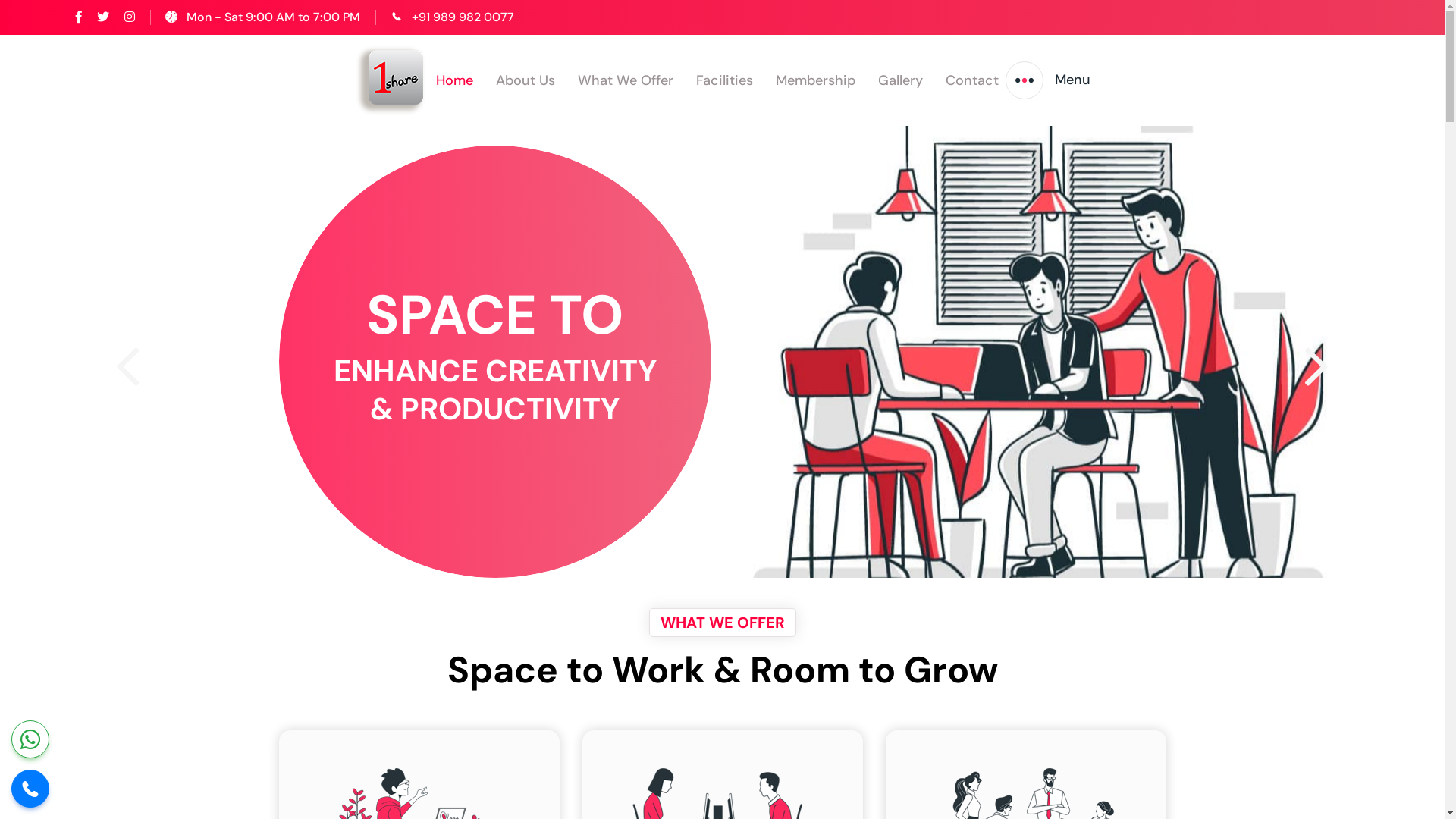  I want to click on 'About Us', so click(525, 80).